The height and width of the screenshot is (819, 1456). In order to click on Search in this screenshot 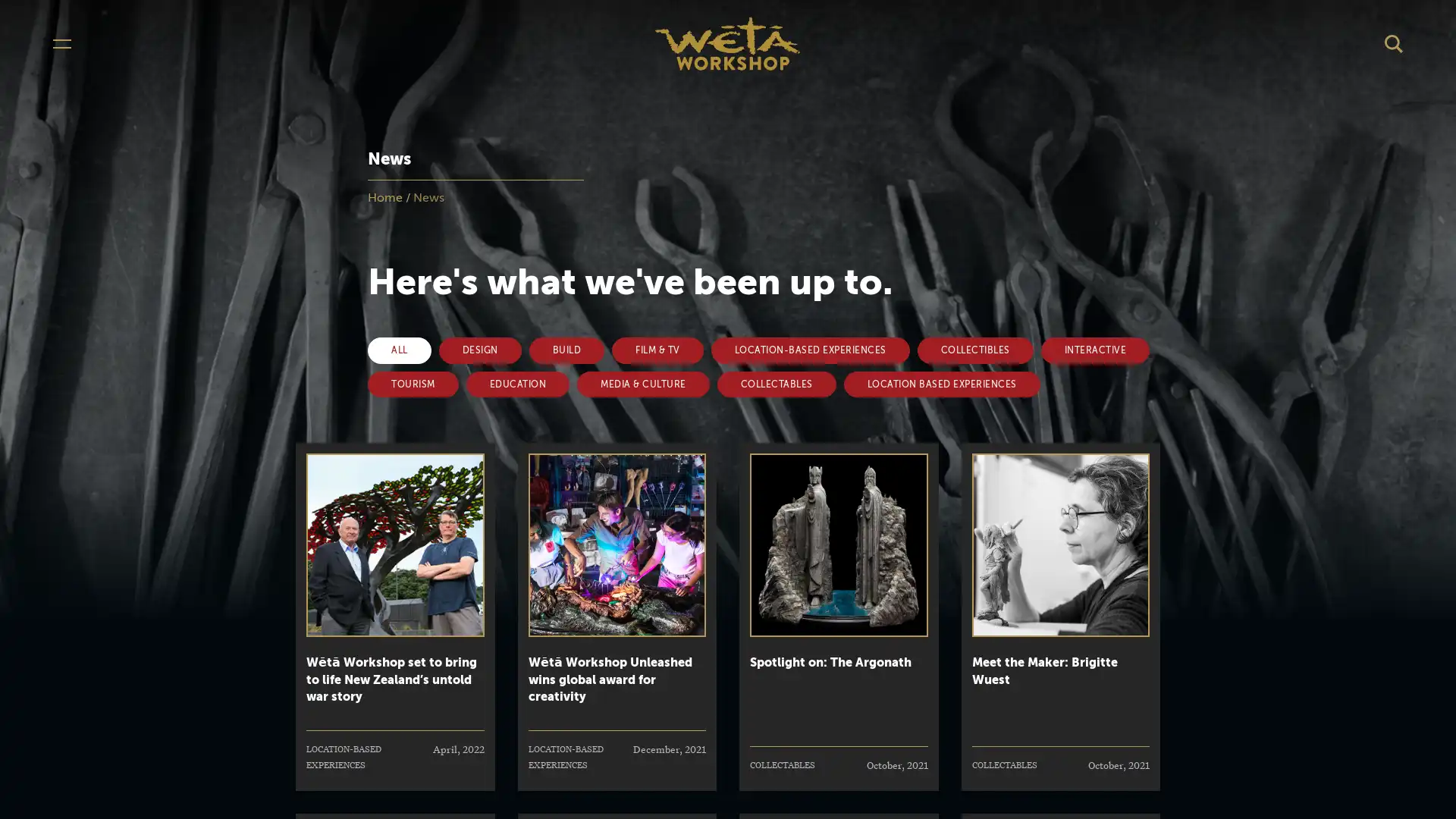, I will do `click(1394, 42)`.